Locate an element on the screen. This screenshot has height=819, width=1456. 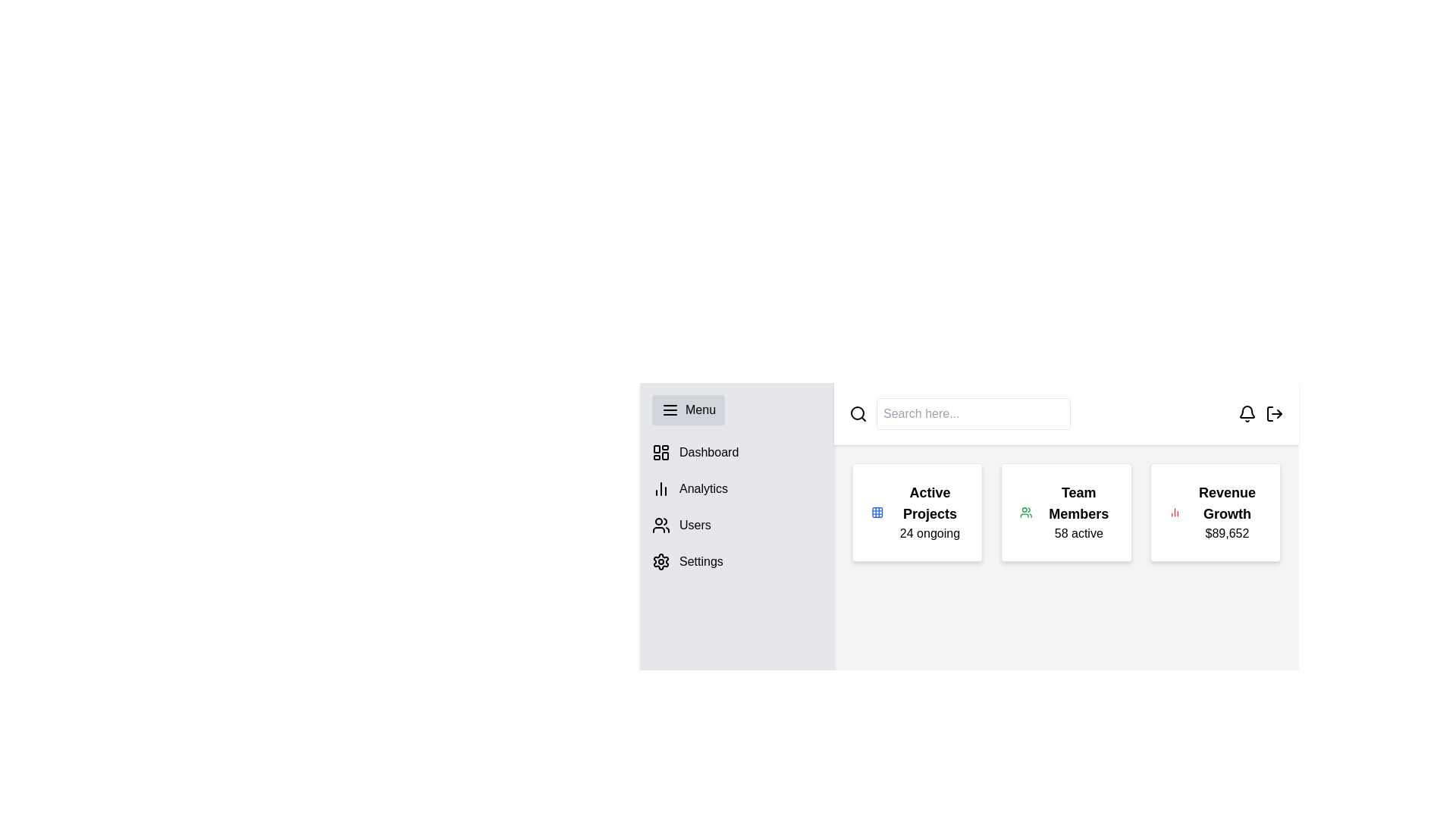
the 'Menu' button with a light gray background and a black icon of three horizontal lines, located at the top of the vertical sidebar on the left side of the interface is located at coordinates (687, 409).